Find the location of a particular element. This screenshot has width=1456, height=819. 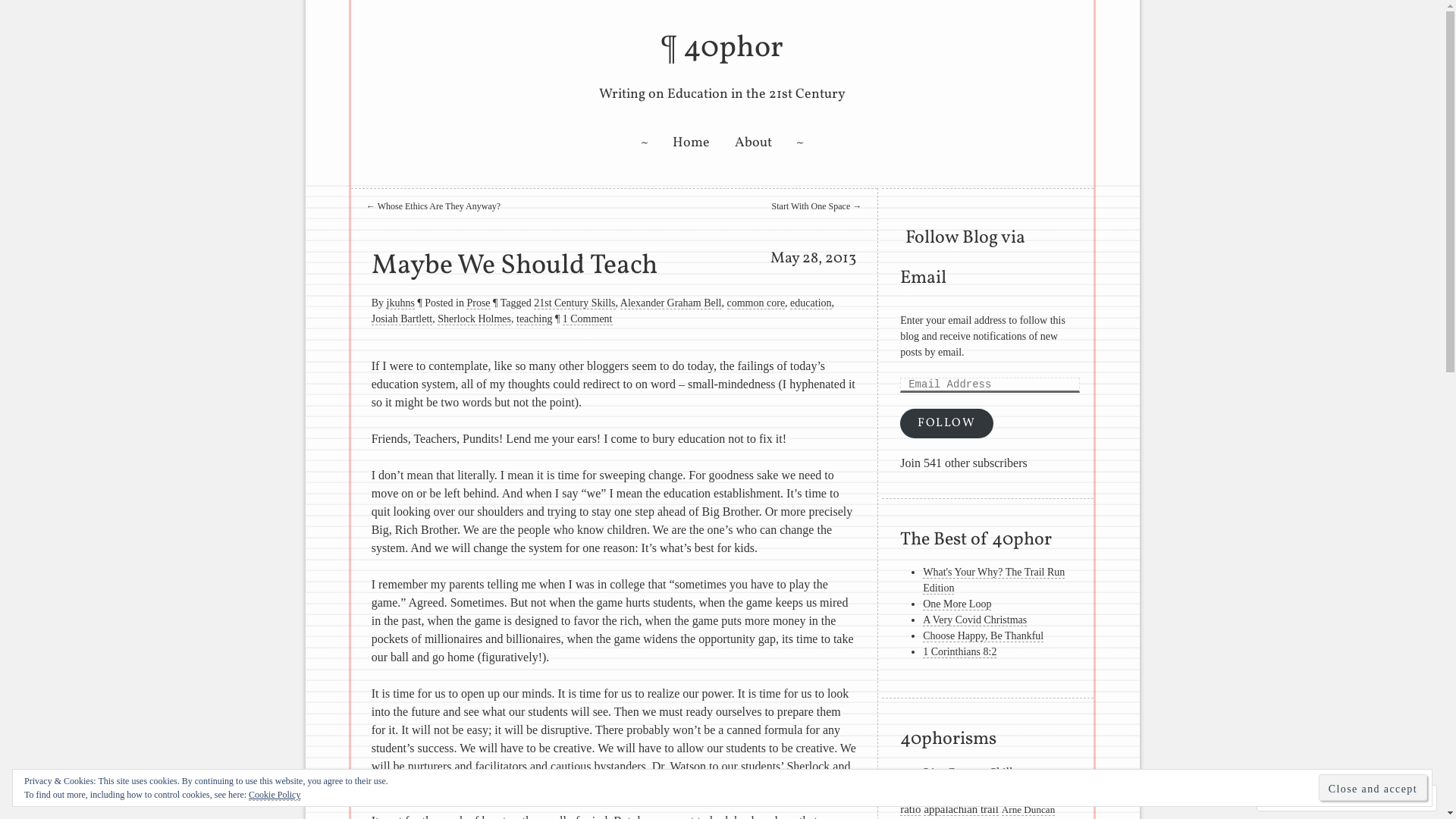

'Sherlock Holmes' is located at coordinates (473, 318).